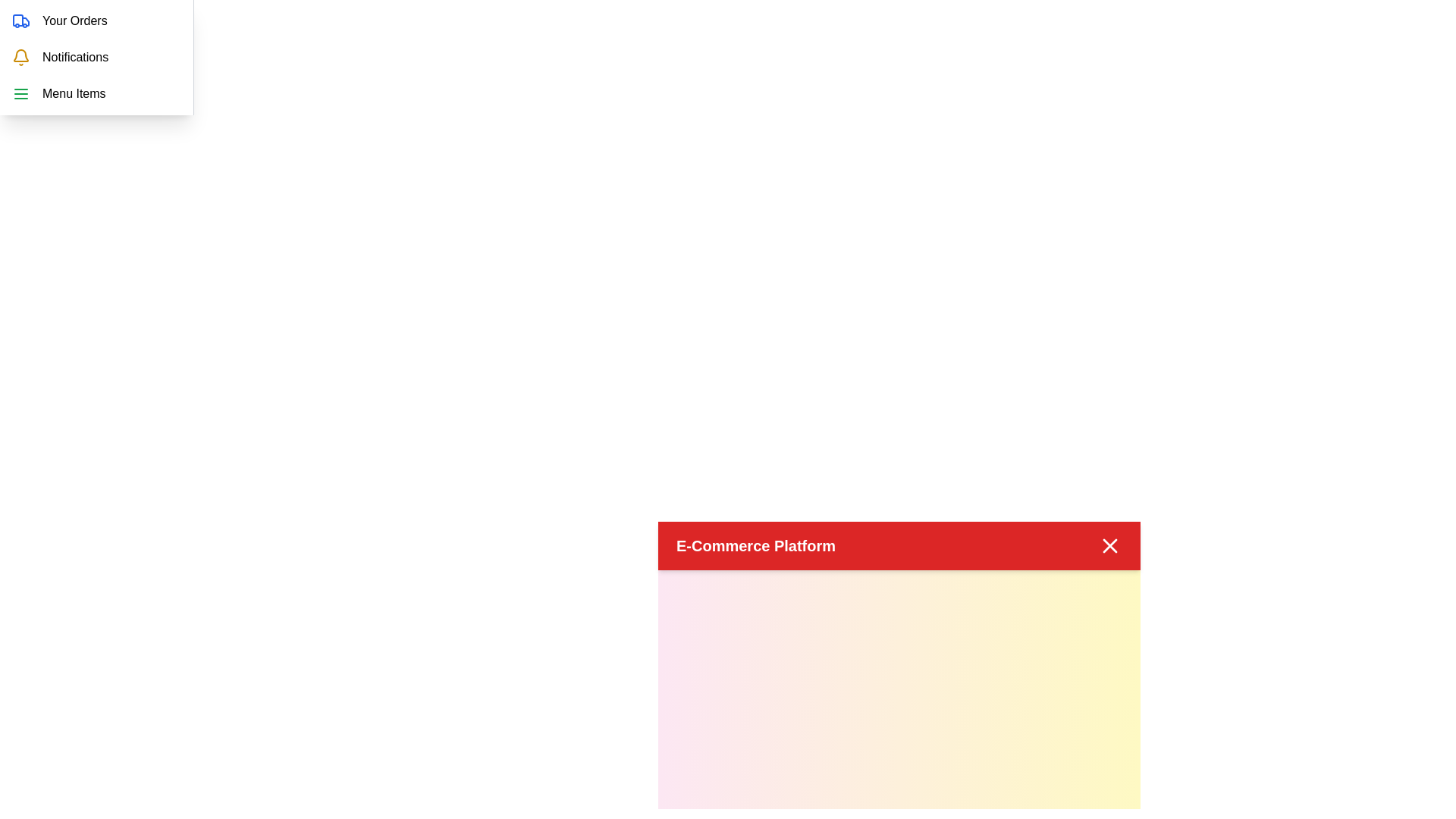 The width and height of the screenshot is (1456, 819). I want to click on the 'Menu Items' text label, which is the third item in the vertical menu structure and is visually distinct due to its adjacent icon of three horizontal lines, so click(73, 93).